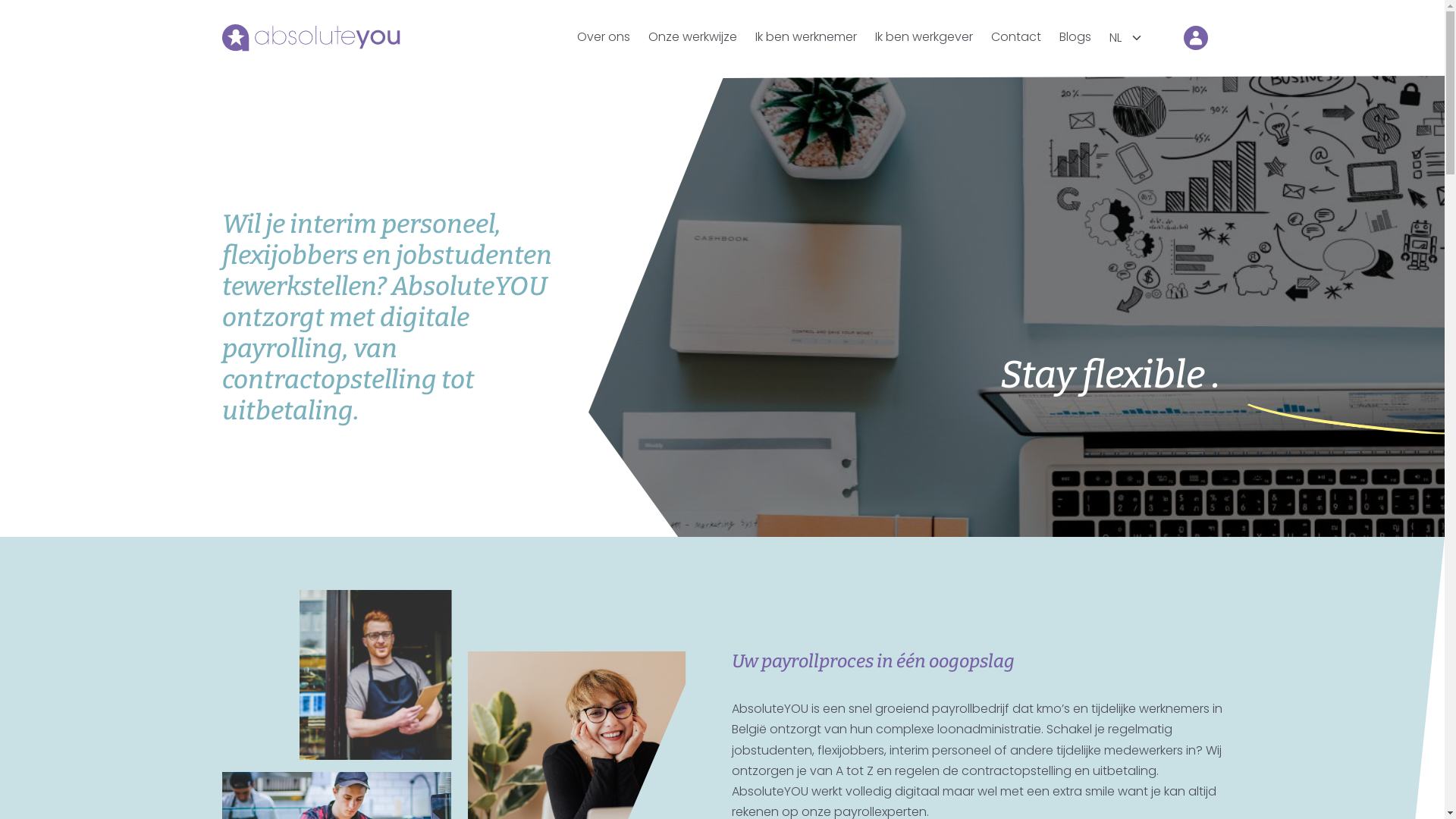 Image resolution: width=1456 pixels, height=819 pixels. What do you see at coordinates (602, 36) in the screenshot?
I see `'Over ons'` at bounding box center [602, 36].